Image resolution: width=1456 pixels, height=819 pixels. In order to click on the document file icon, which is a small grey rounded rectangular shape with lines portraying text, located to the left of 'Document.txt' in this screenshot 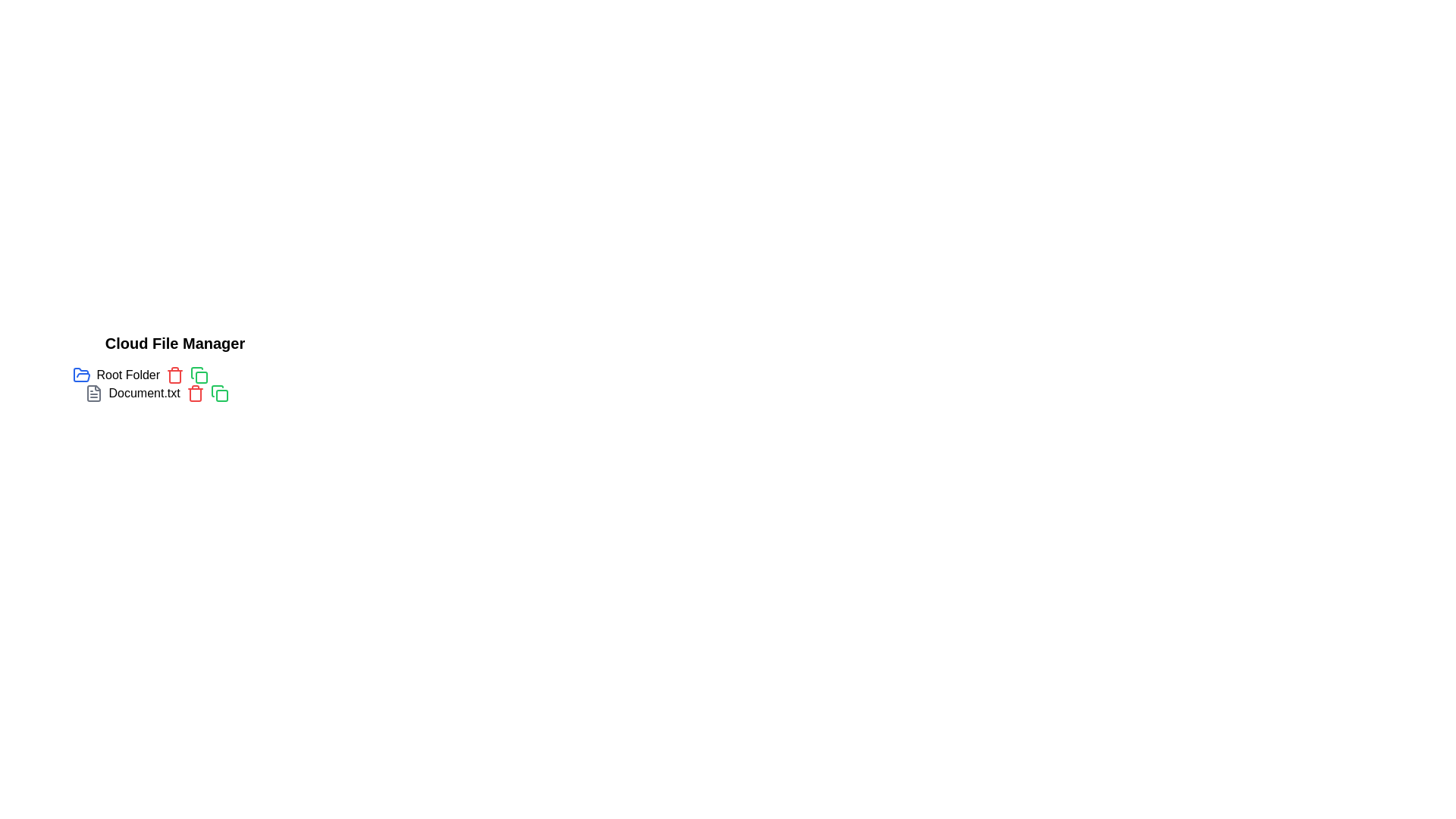, I will do `click(93, 393)`.